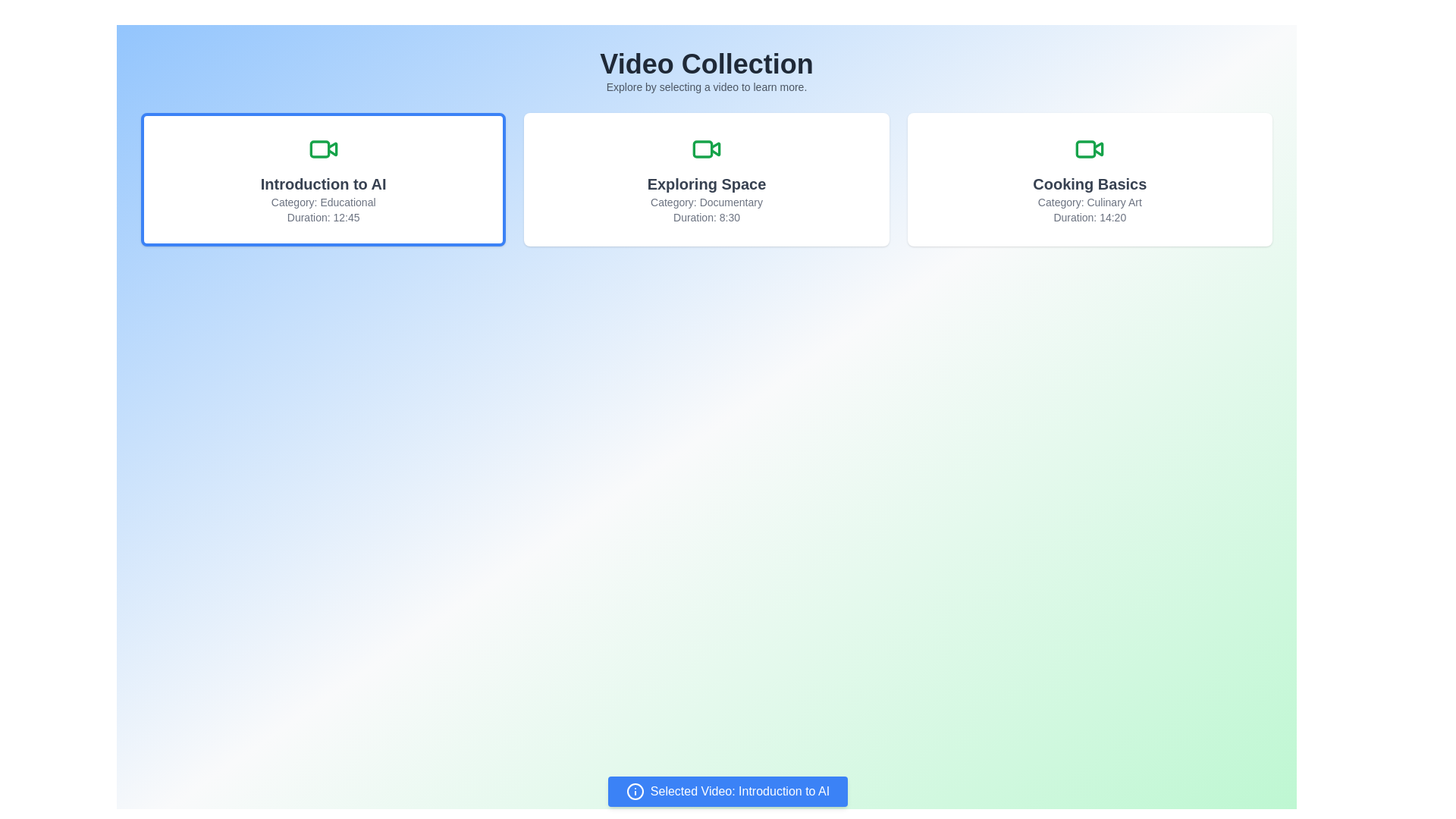 This screenshot has width=1456, height=819. Describe the element at coordinates (705, 217) in the screenshot. I see `the static text label indicating the duration of the video in the 'Exploring Space' card, positioned at the bottom after 'Category: Documentary'` at that location.